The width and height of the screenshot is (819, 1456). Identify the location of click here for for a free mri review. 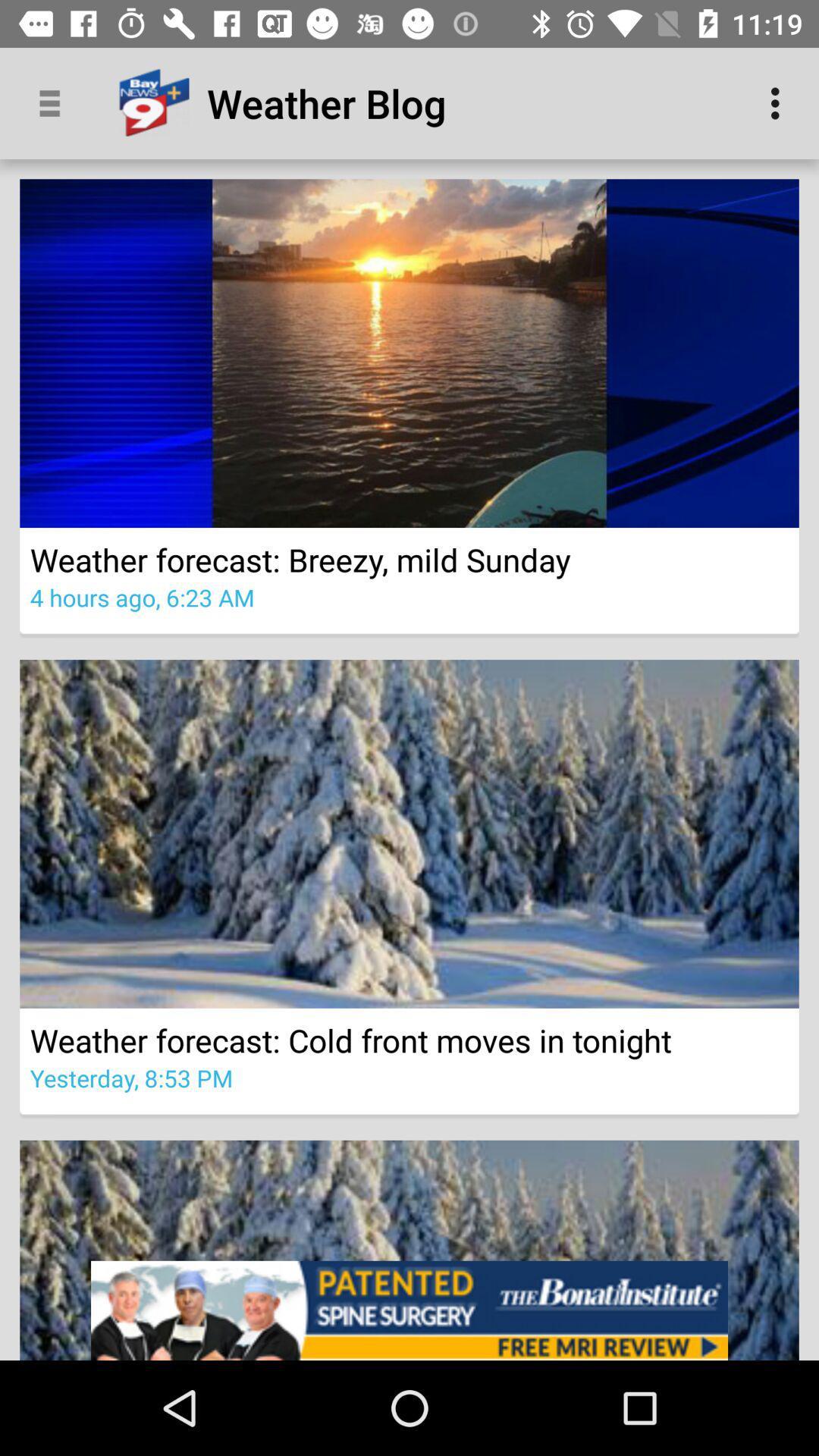
(409, 1310).